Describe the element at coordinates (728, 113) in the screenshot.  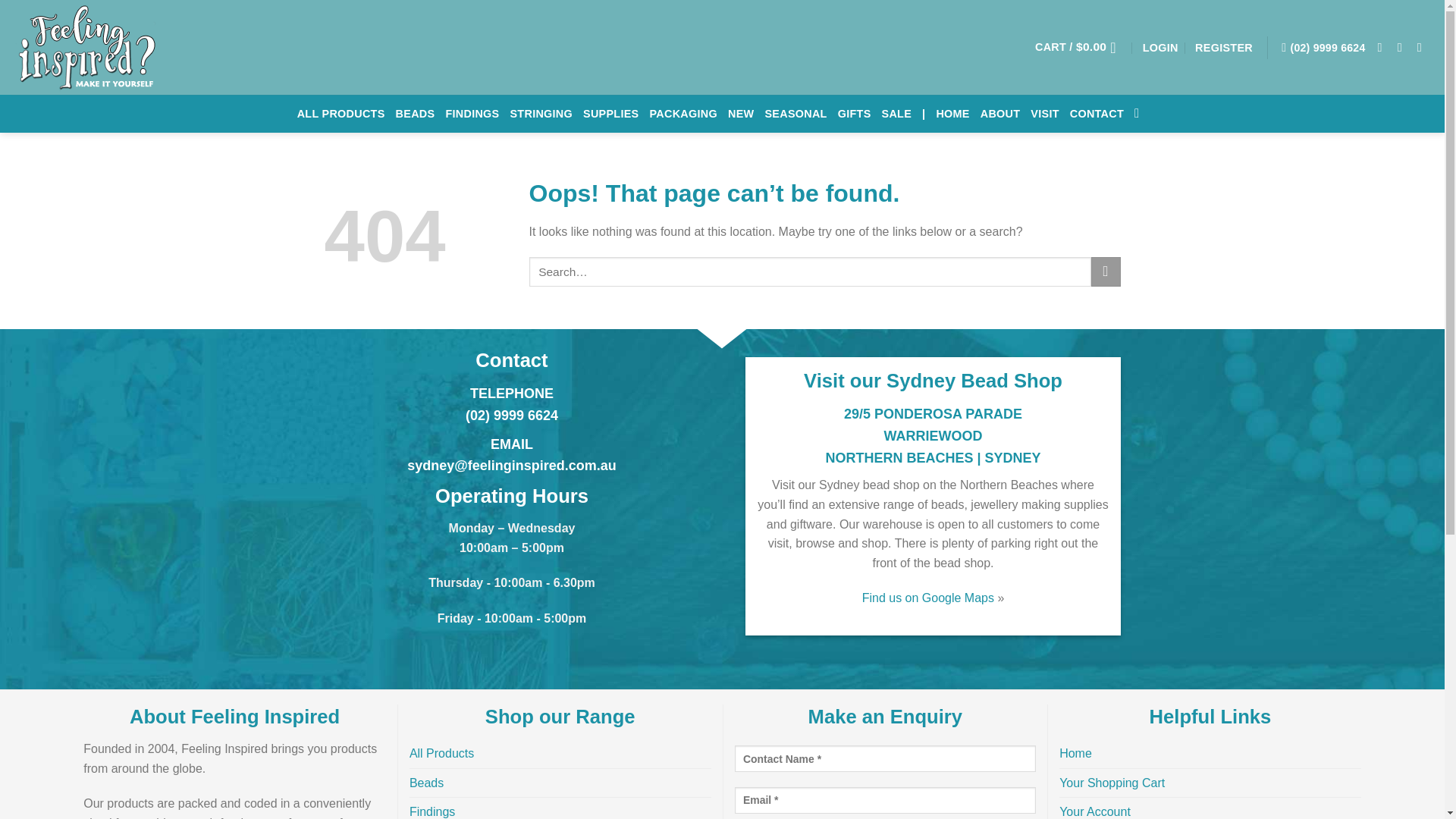
I see `'NEW'` at that location.